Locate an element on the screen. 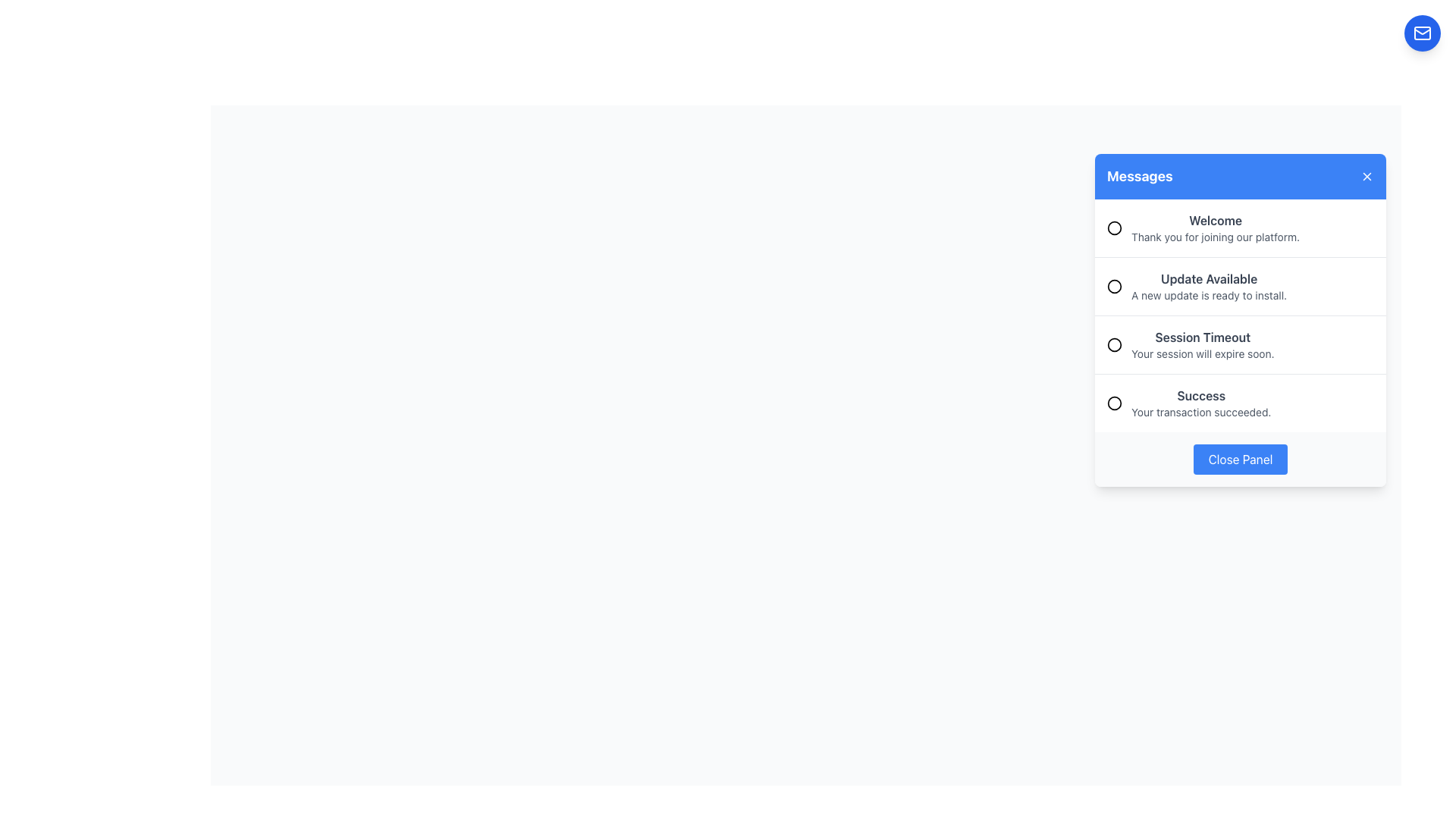  the text component displaying 'Success' and 'Your transaction succeeded.' located in the lower right portion of the interface under the heading 'Messages.' is located at coordinates (1200, 403).